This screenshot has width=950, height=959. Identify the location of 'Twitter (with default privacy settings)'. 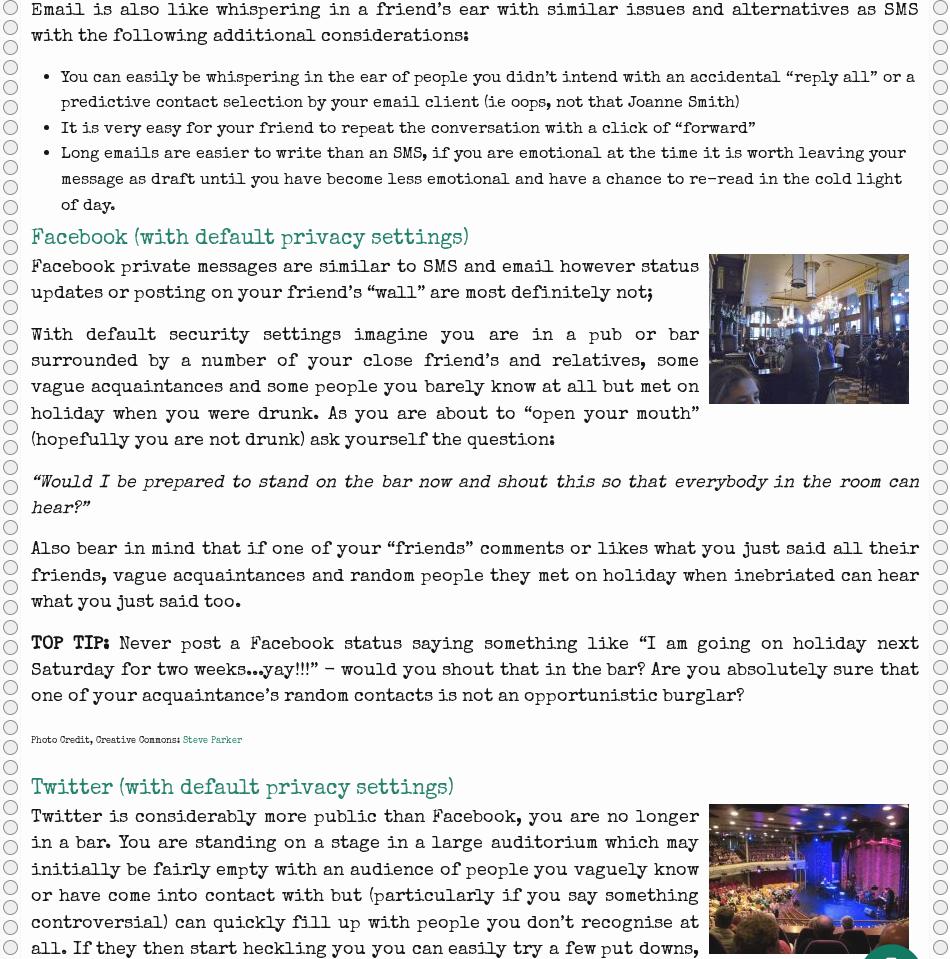
(241, 787).